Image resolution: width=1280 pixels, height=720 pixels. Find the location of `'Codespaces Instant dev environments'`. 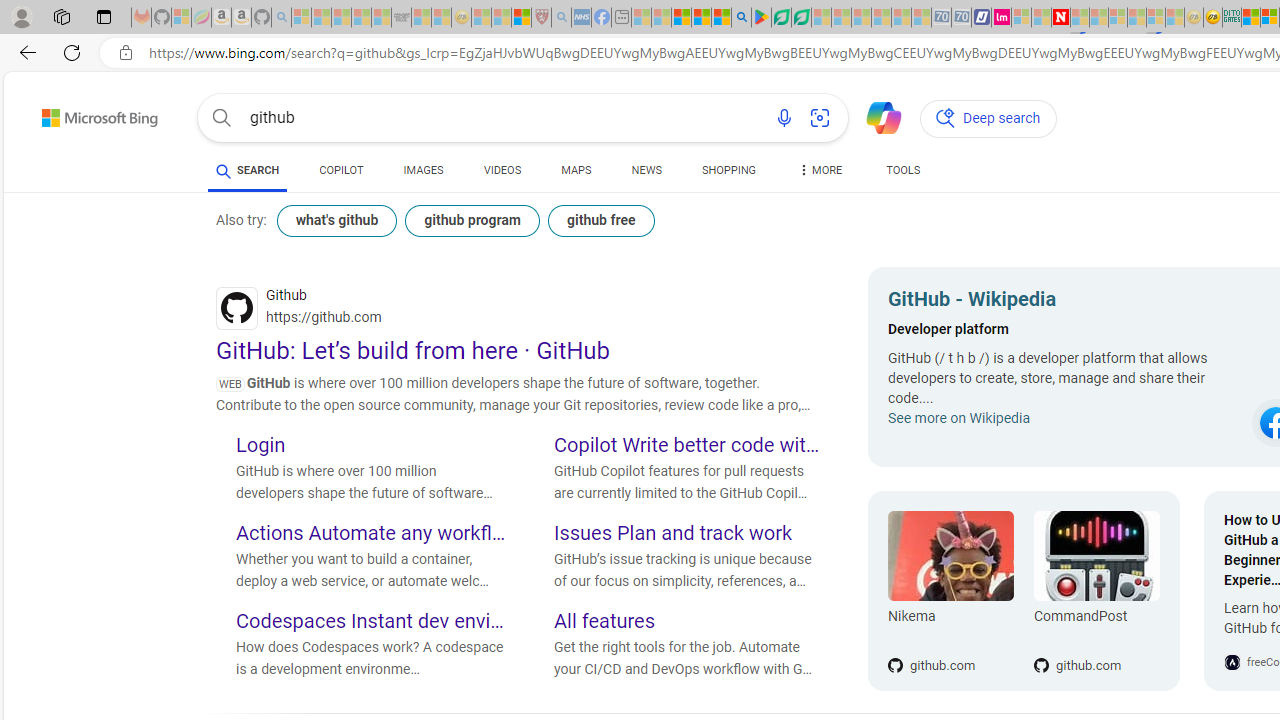

'Codespaces Instant dev environments' is located at coordinates (370, 622).